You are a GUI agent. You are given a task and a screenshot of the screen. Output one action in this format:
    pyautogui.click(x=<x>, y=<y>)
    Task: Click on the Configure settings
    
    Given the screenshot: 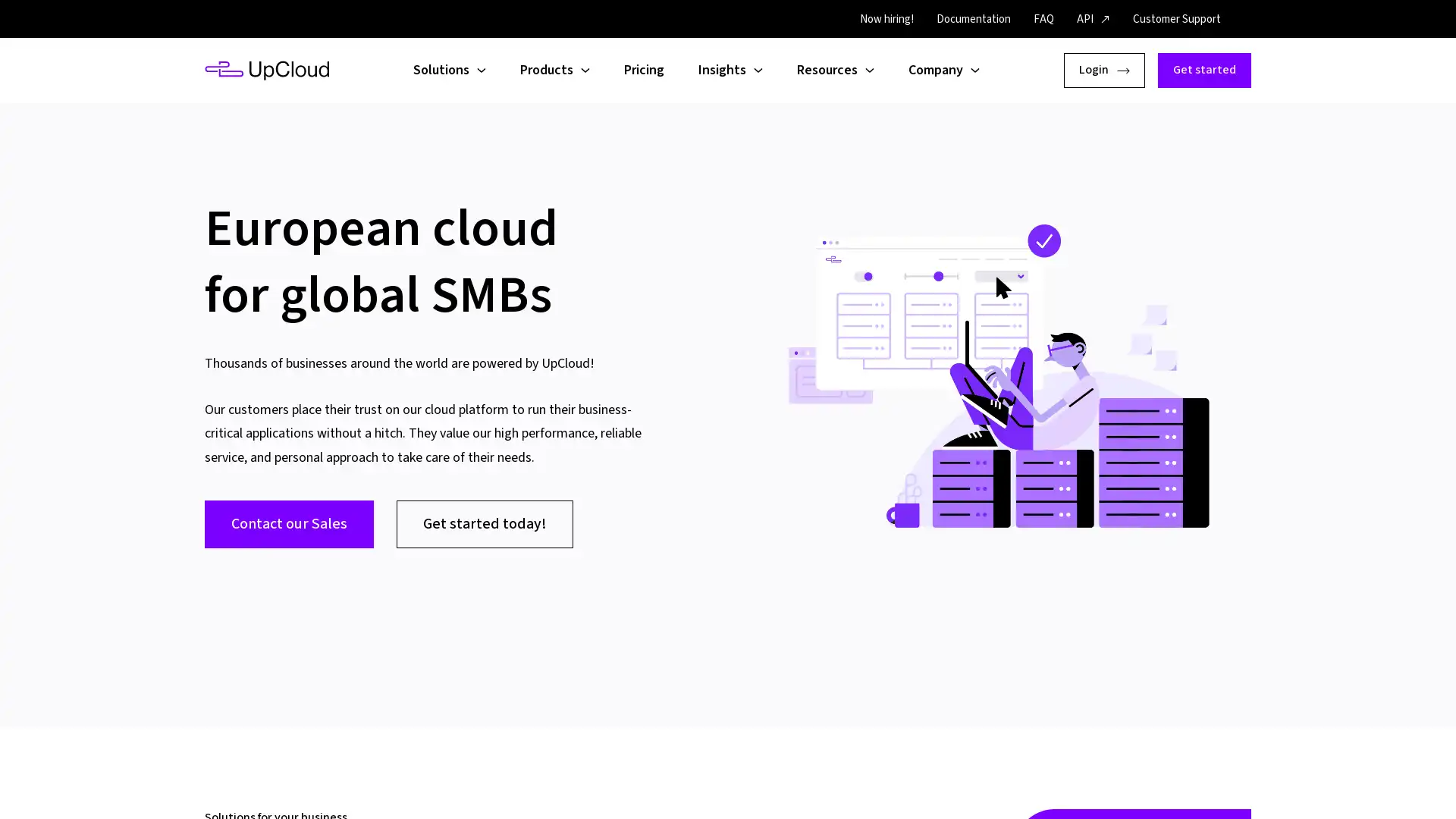 What is the action you would take?
    pyautogui.click(x=620, y=309)
    